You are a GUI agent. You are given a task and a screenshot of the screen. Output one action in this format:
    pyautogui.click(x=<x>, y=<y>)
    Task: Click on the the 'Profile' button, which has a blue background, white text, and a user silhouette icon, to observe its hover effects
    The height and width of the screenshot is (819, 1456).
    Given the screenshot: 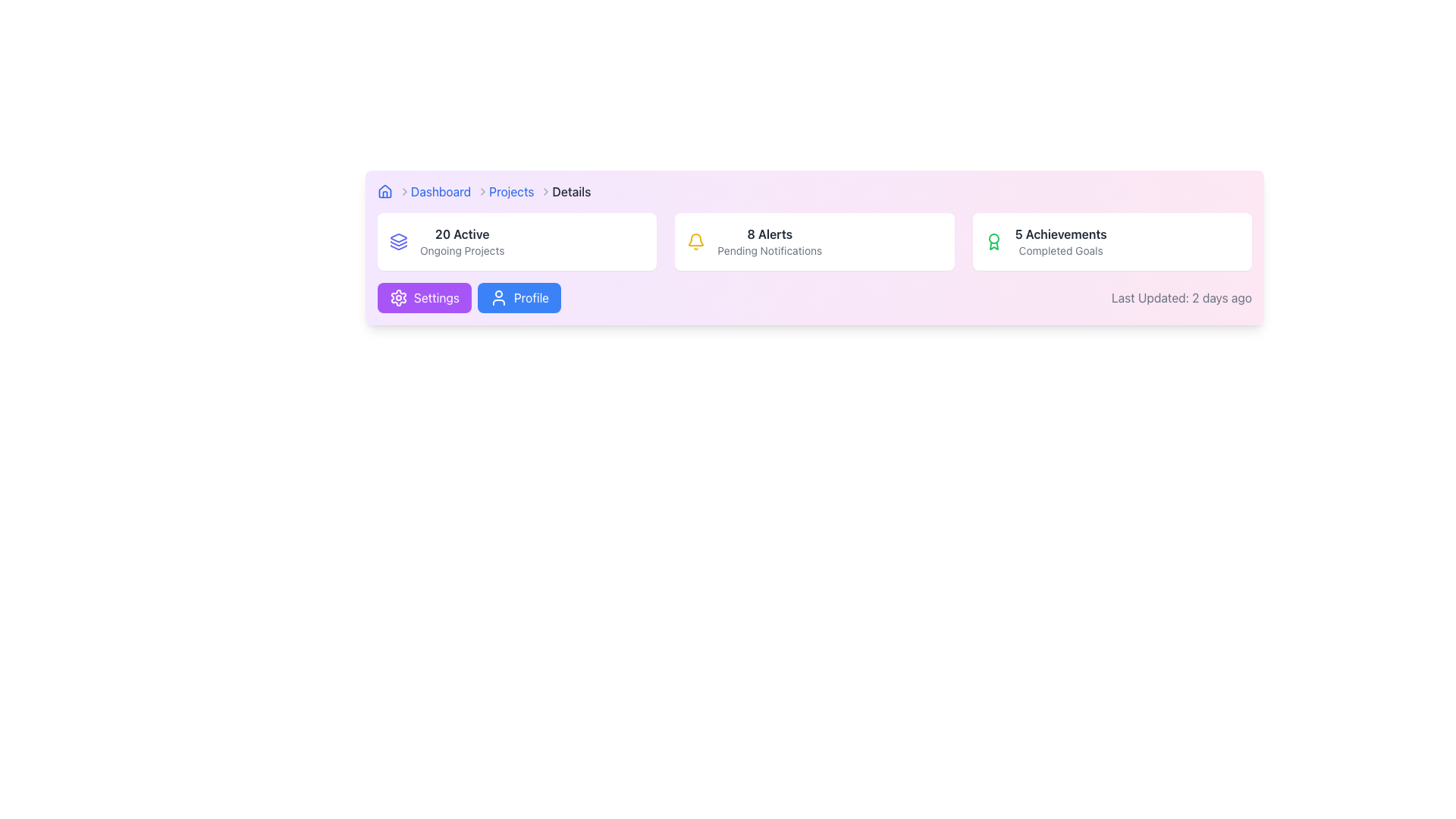 What is the action you would take?
    pyautogui.click(x=519, y=298)
    